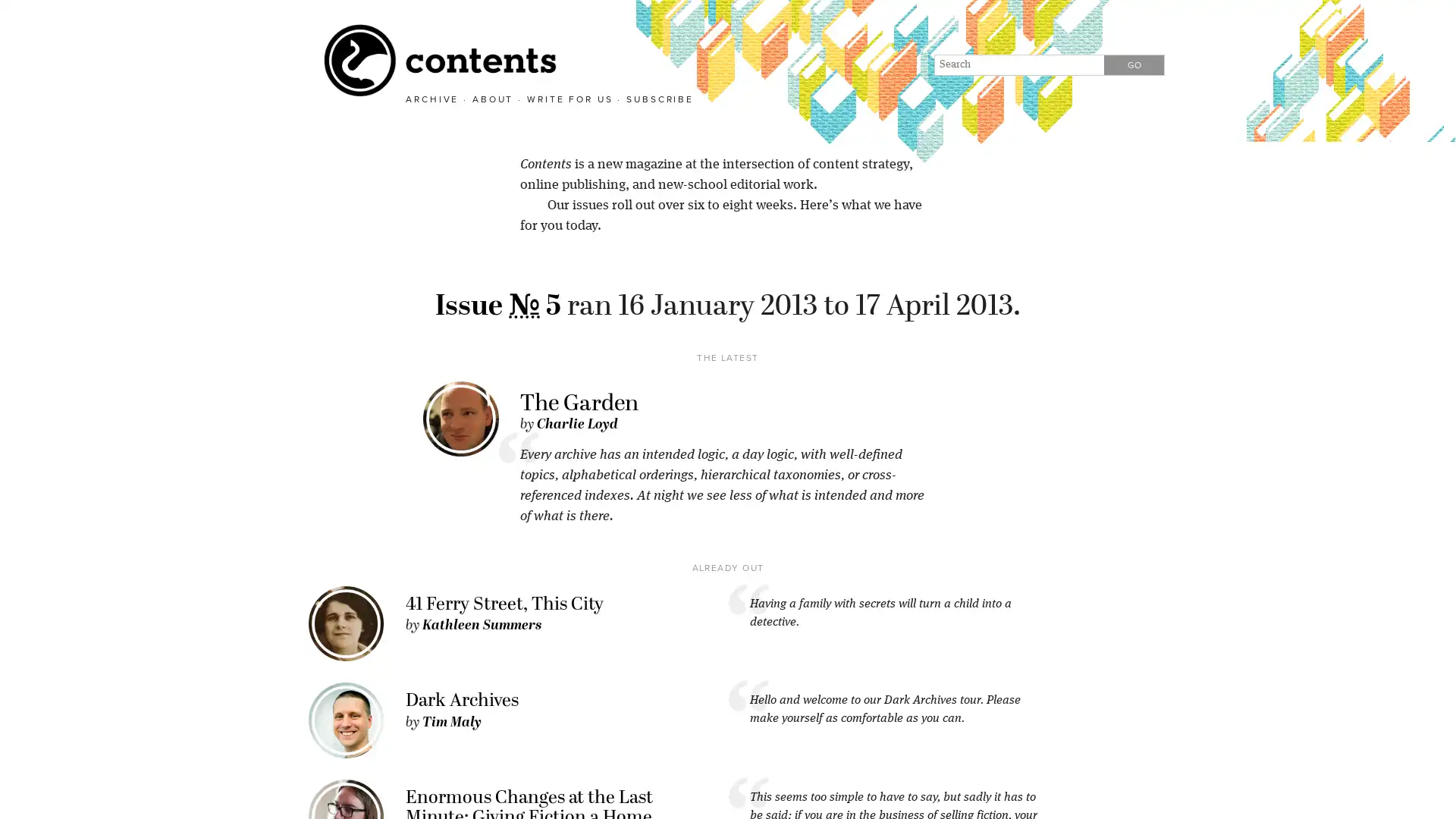 The height and width of the screenshot is (819, 1456). What do you see at coordinates (1134, 64) in the screenshot?
I see `Go` at bounding box center [1134, 64].